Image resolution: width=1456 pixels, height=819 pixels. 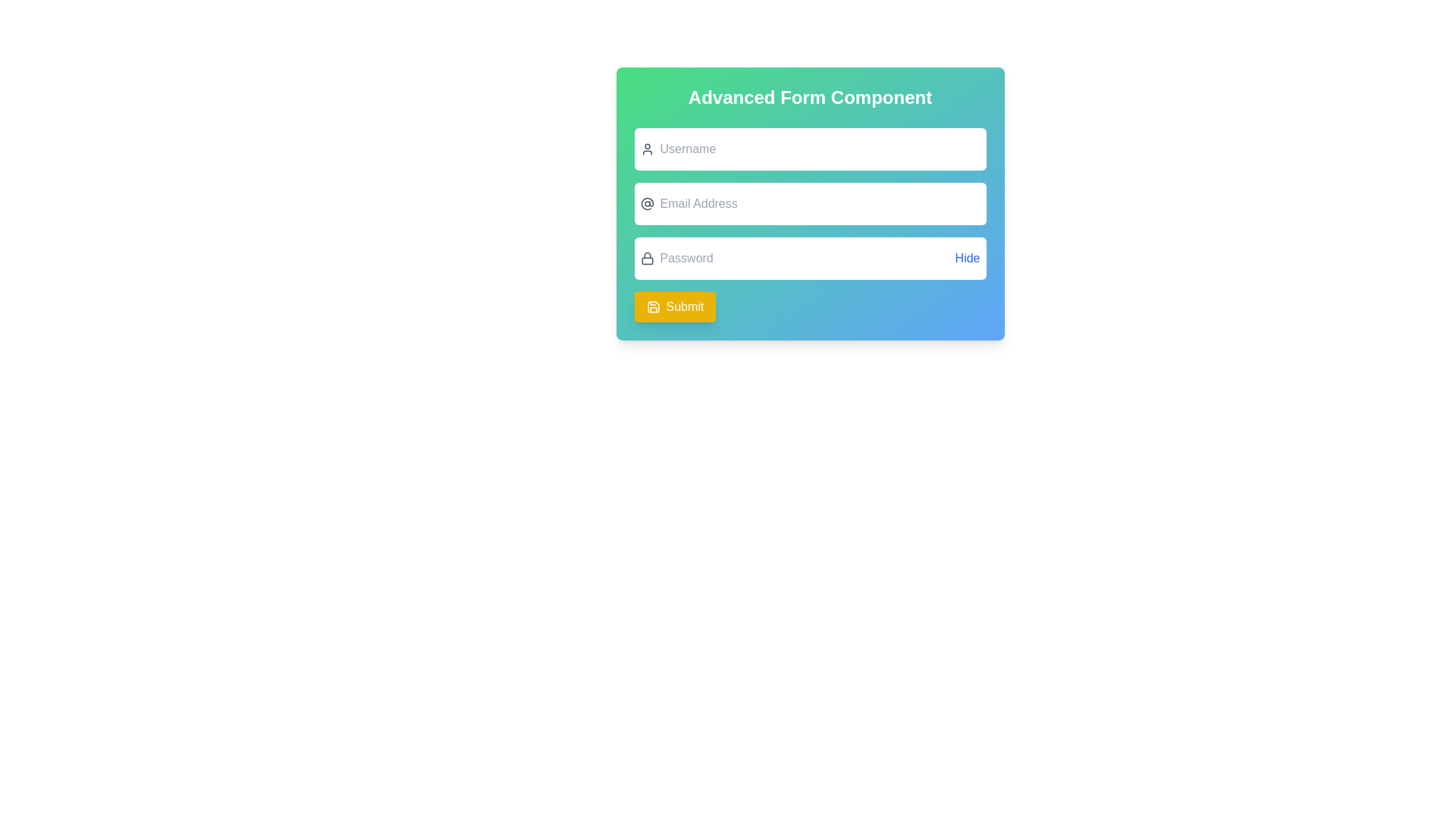 What do you see at coordinates (809, 225) in the screenshot?
I see `the 'Email Address' input field within the 'Advanced Form Component'` at bounding box center [809, 225].